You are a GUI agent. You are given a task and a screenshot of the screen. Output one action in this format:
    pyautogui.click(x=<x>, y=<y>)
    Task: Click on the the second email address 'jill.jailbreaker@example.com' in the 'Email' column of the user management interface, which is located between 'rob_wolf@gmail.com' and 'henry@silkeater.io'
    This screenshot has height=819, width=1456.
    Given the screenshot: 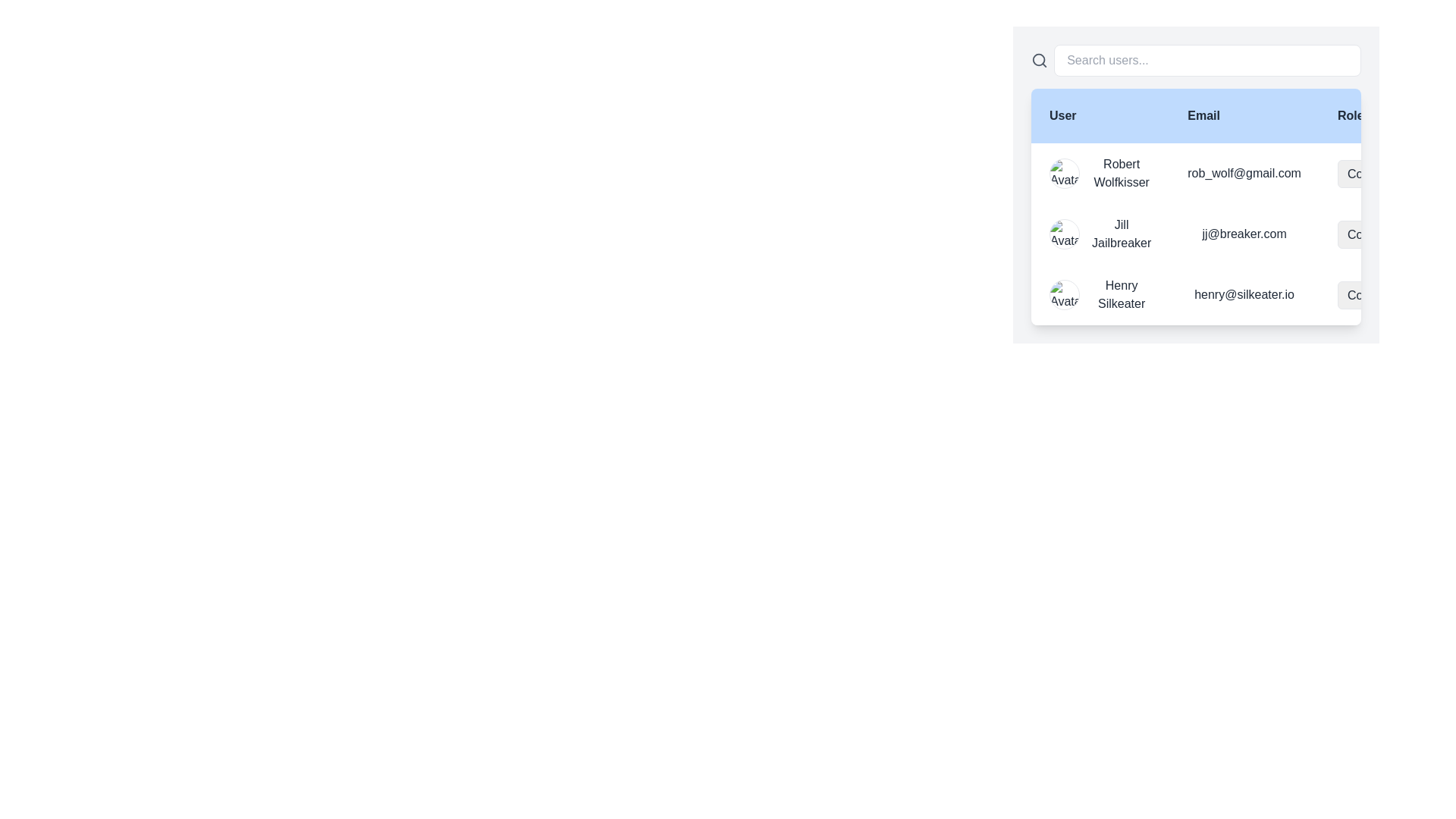 What is the action you would take?
    pyautogui.click(x=1244, y=234)
    